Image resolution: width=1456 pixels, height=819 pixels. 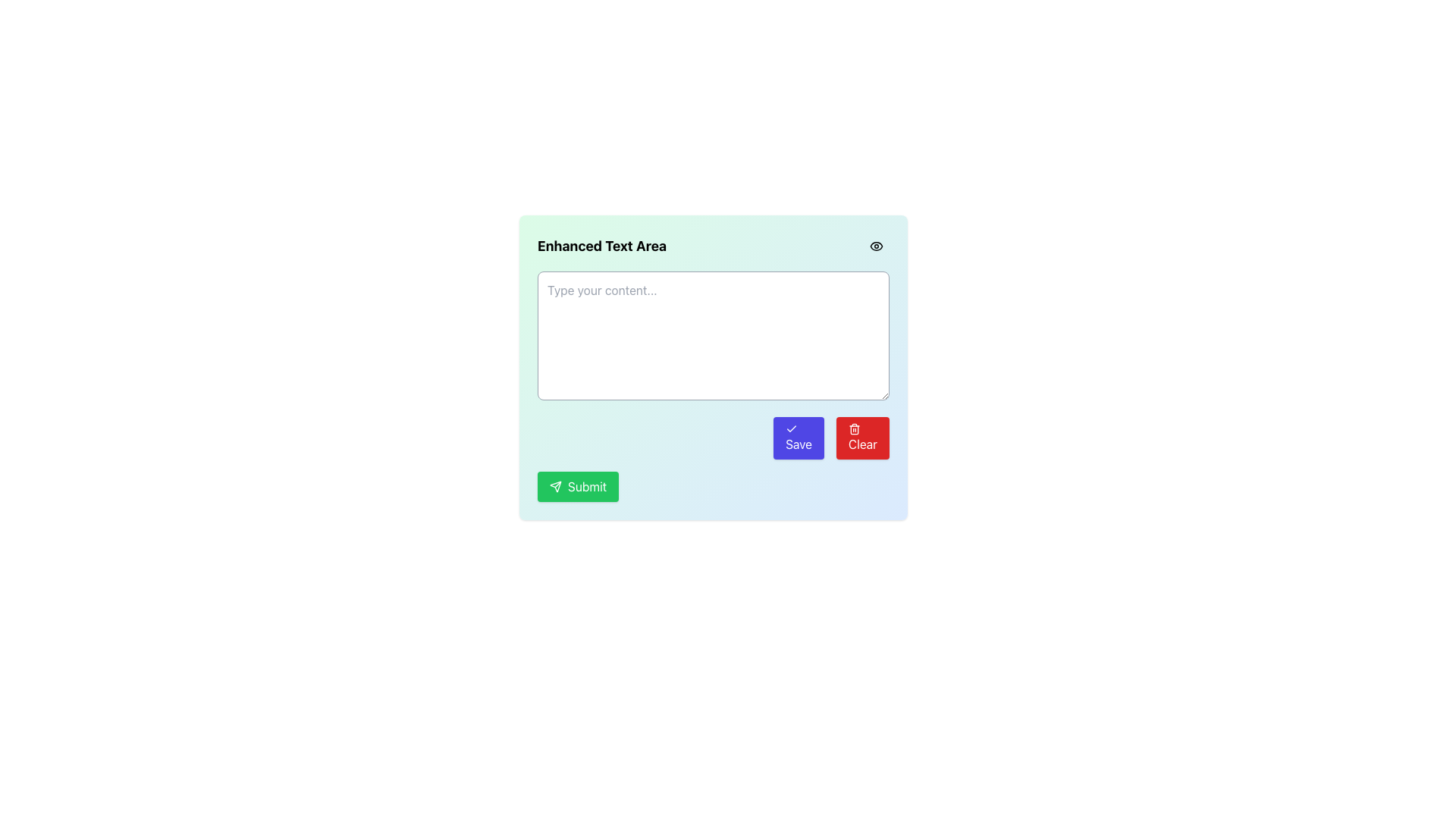 What do you see at coordinates (855, 429) in the screenshot?
I see `the 'Clear' button icon, which indicates the function to clear or delete input or content, located at the bottom-right corner of the UI card` at bounding box center [855, 429].